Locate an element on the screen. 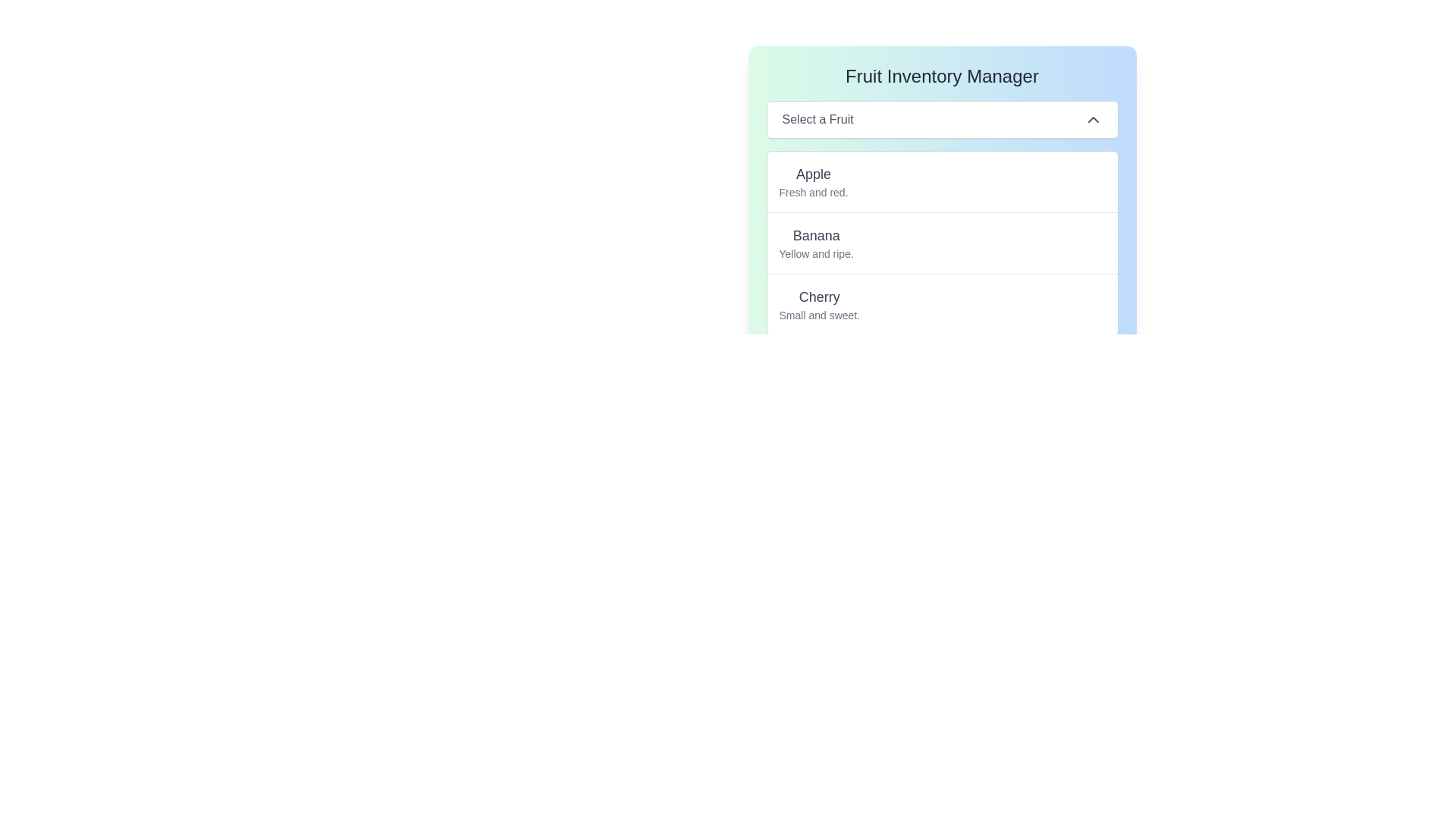 This screenshot has height=819, width=1456. the Dropdown menu labeled 'Select a Fruit' in the 'Fruit Inventory Manager' section is located at coordinates (941, 119).